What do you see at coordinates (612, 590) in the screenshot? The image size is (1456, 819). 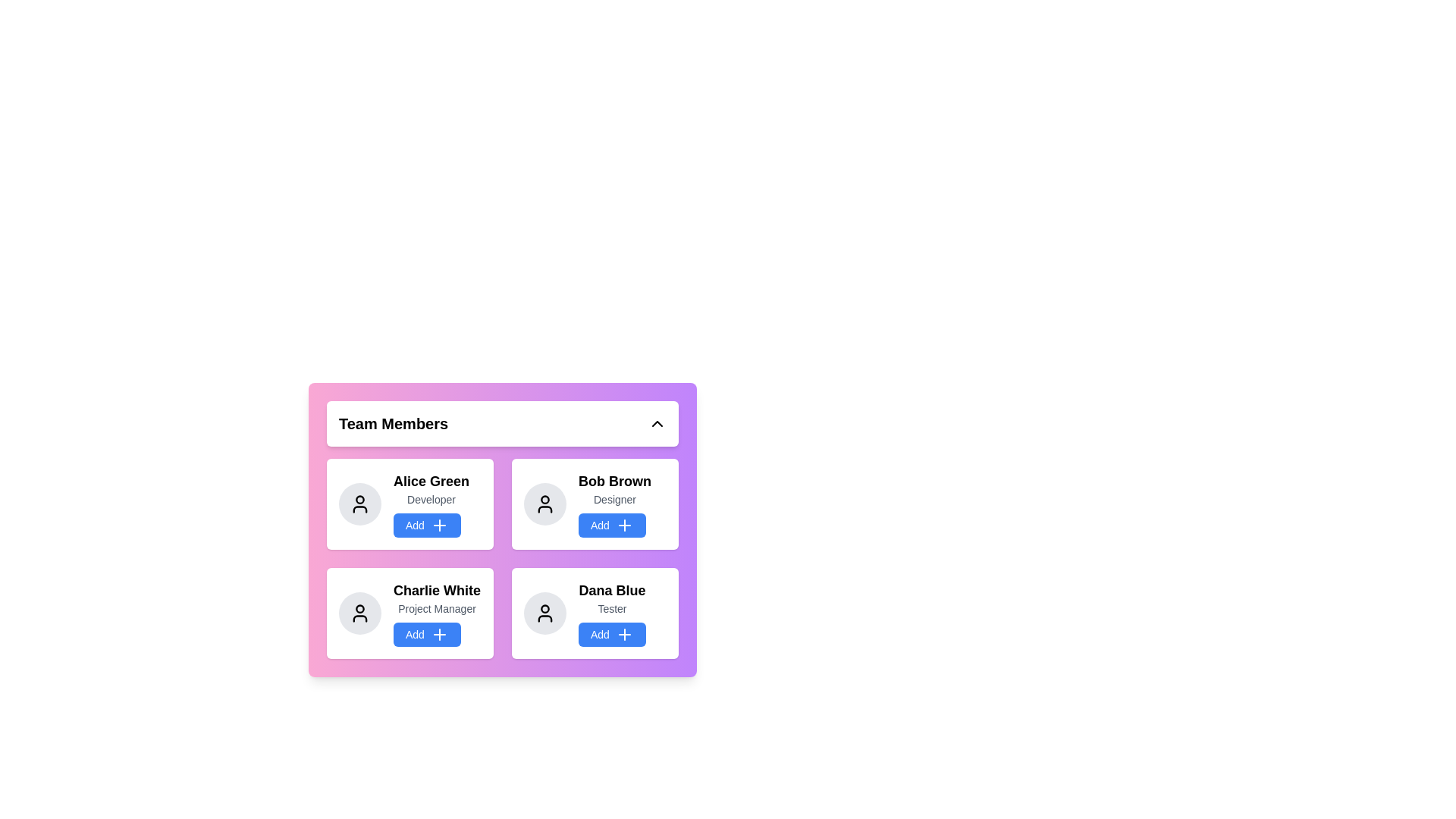 I see `the static text label displaying the name 'Dana Blue', which represents a person's identity in a team context` at bounding box center [612, 590].